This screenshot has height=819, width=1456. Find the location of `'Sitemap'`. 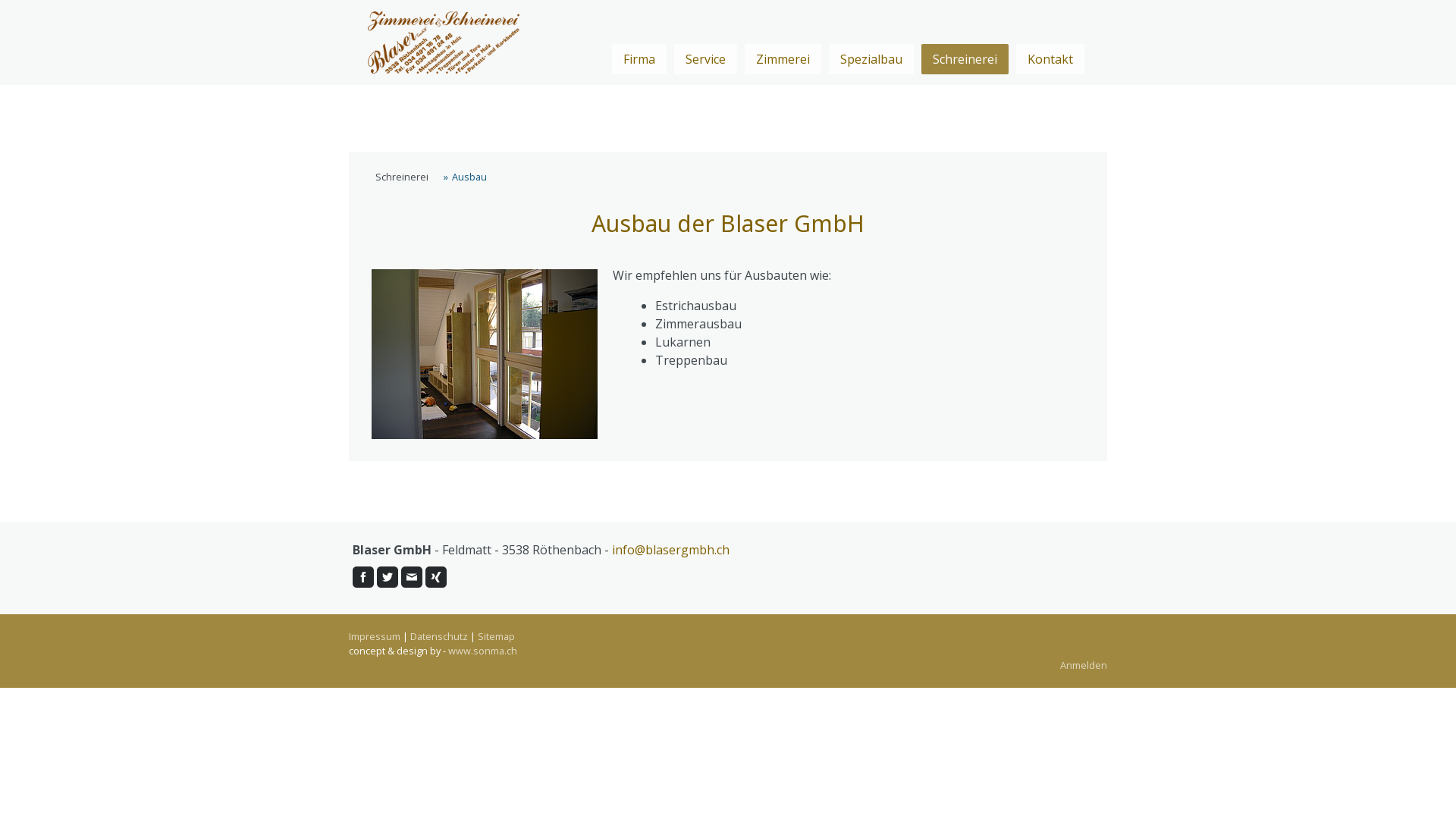

'Sitemap' is located at coordinates (476, 636).